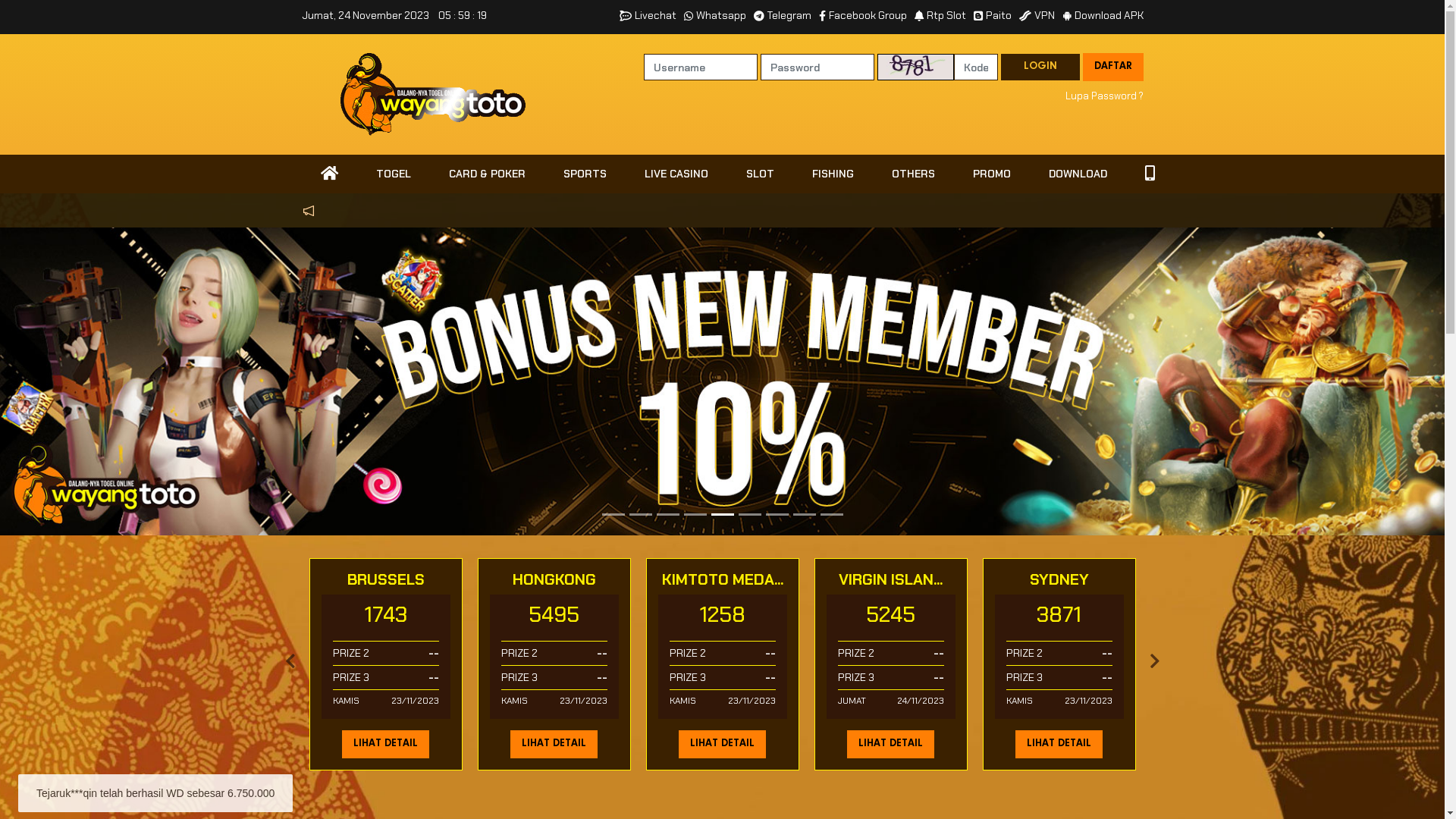  I want to click on 'DOWNLOAD', so click(1077, 173).